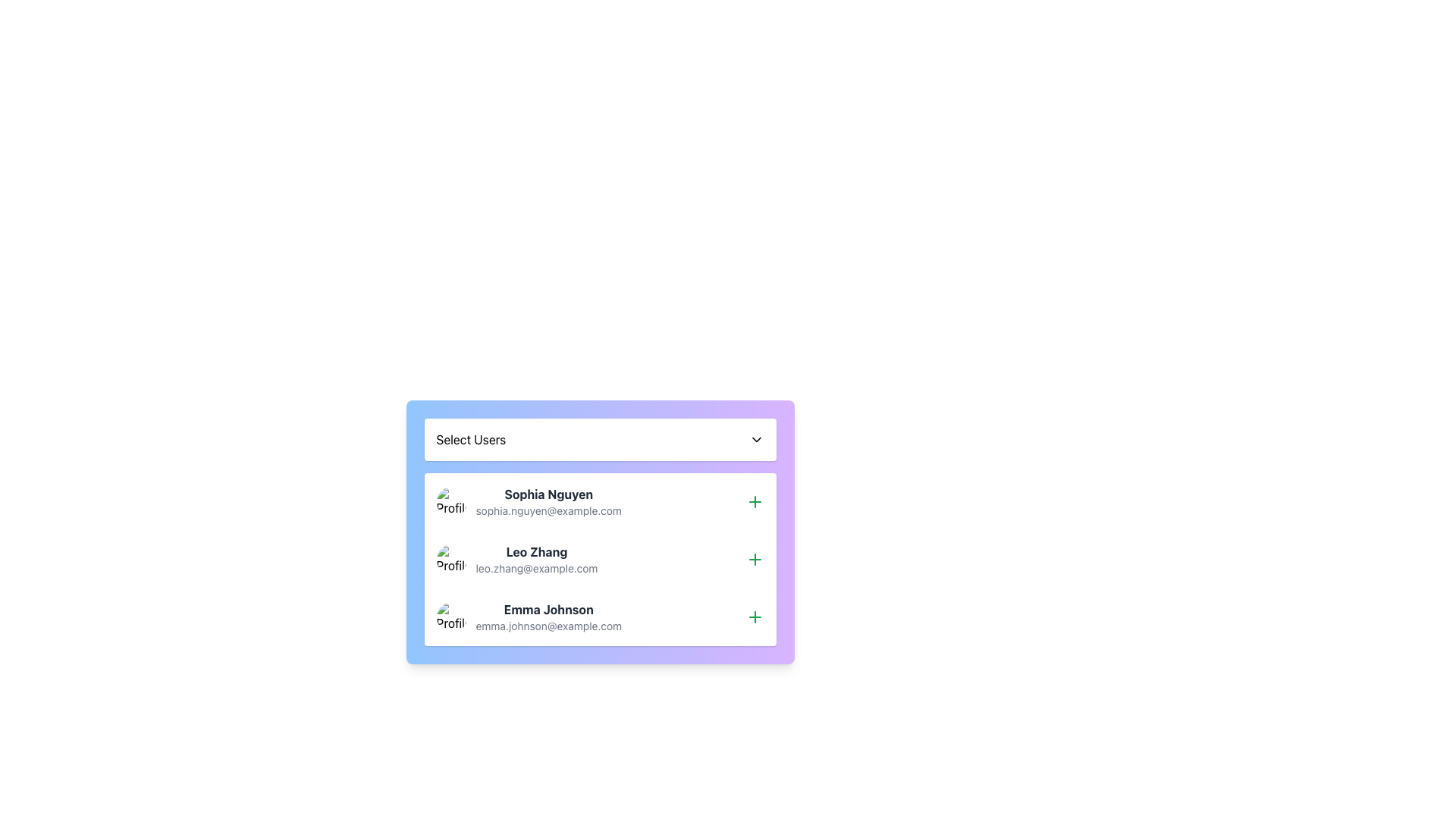  What do you see at coordinates (755, 617) in the screenshot?
I see `the green plus icon associated with Emma Johnson` at bounding box center [755, 617].